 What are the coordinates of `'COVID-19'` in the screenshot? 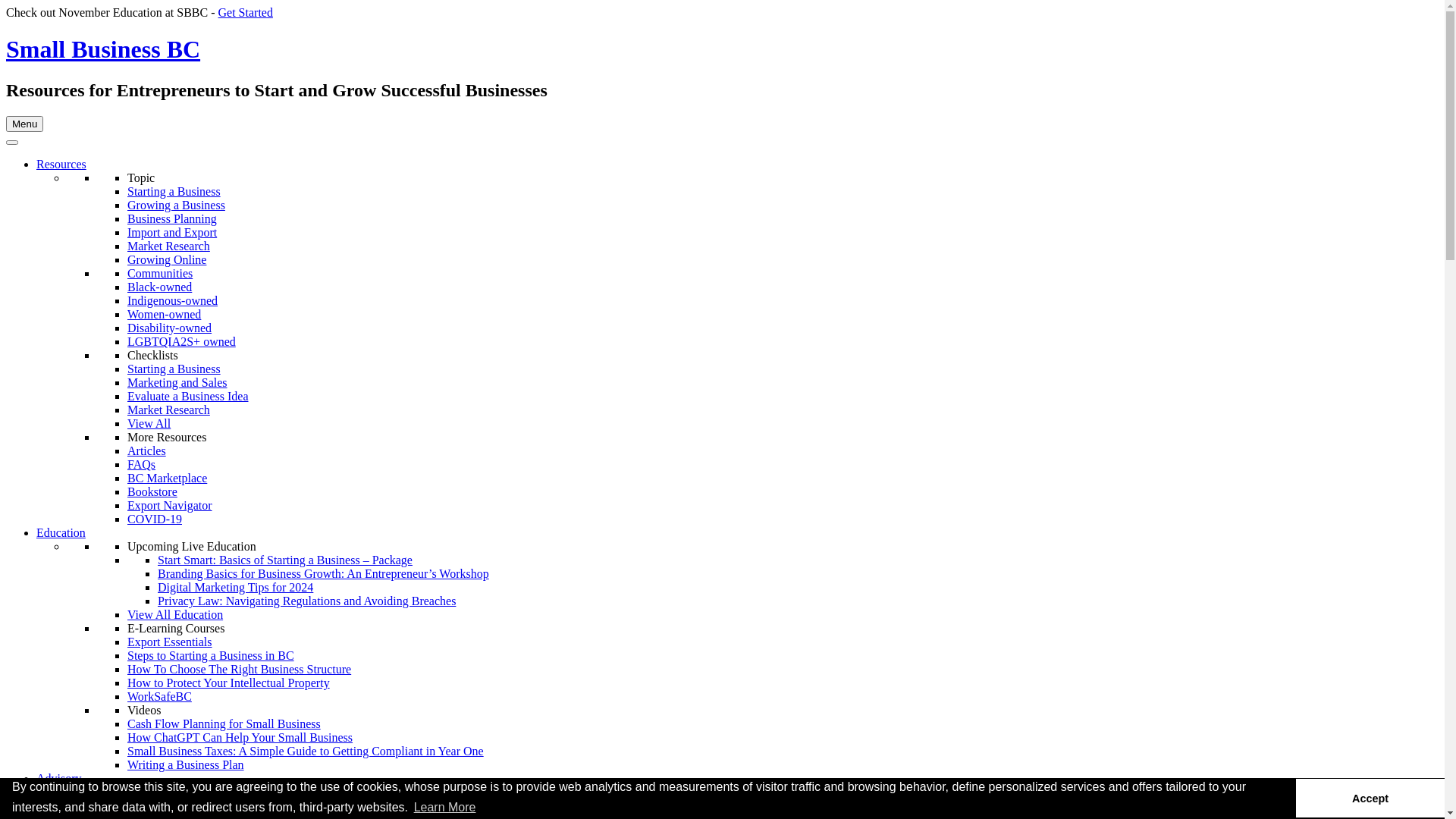 It's located at (154, 518).